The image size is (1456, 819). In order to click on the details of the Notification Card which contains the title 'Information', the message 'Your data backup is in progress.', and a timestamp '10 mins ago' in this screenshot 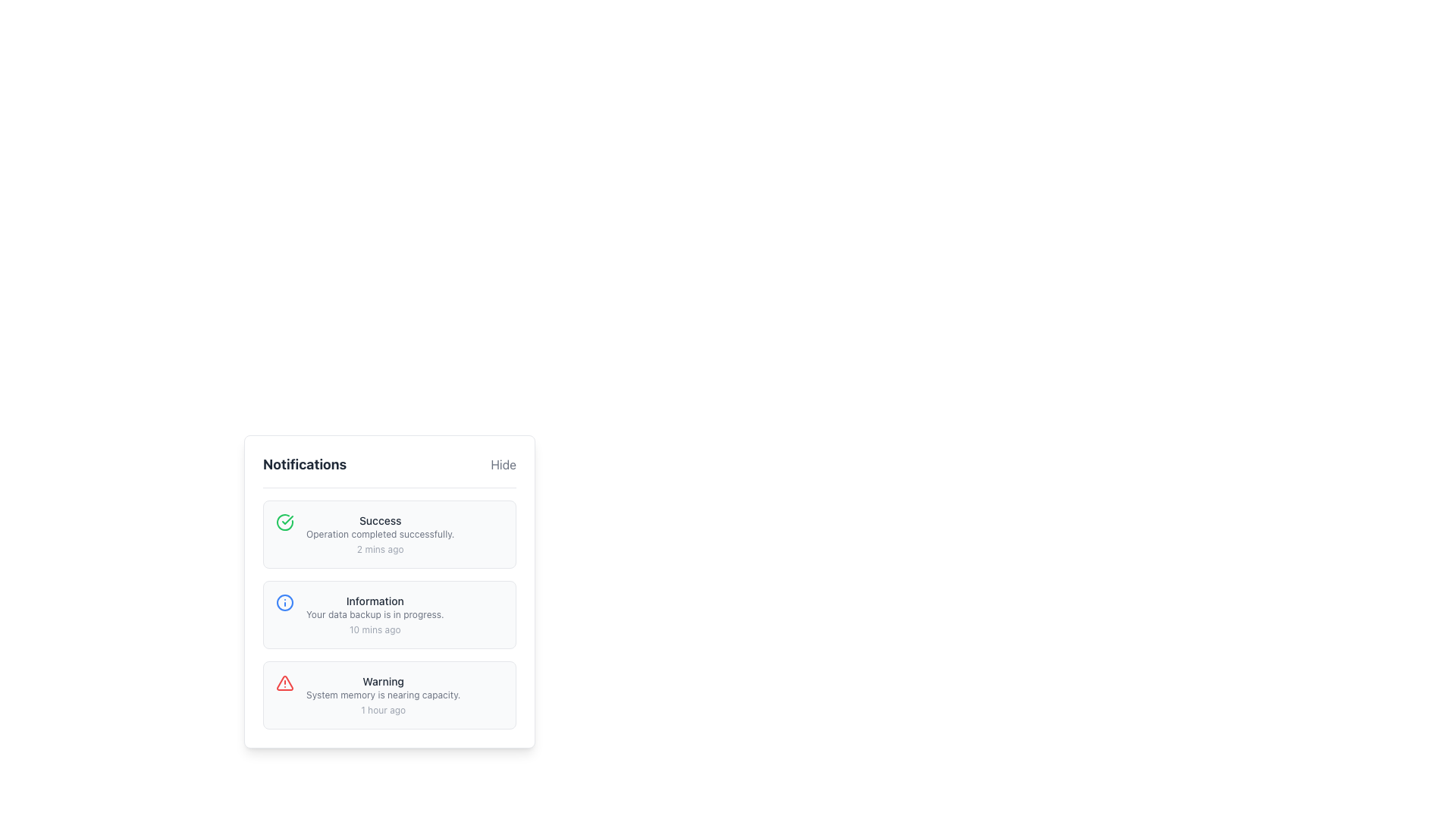, I will do `click(375, 614)`.